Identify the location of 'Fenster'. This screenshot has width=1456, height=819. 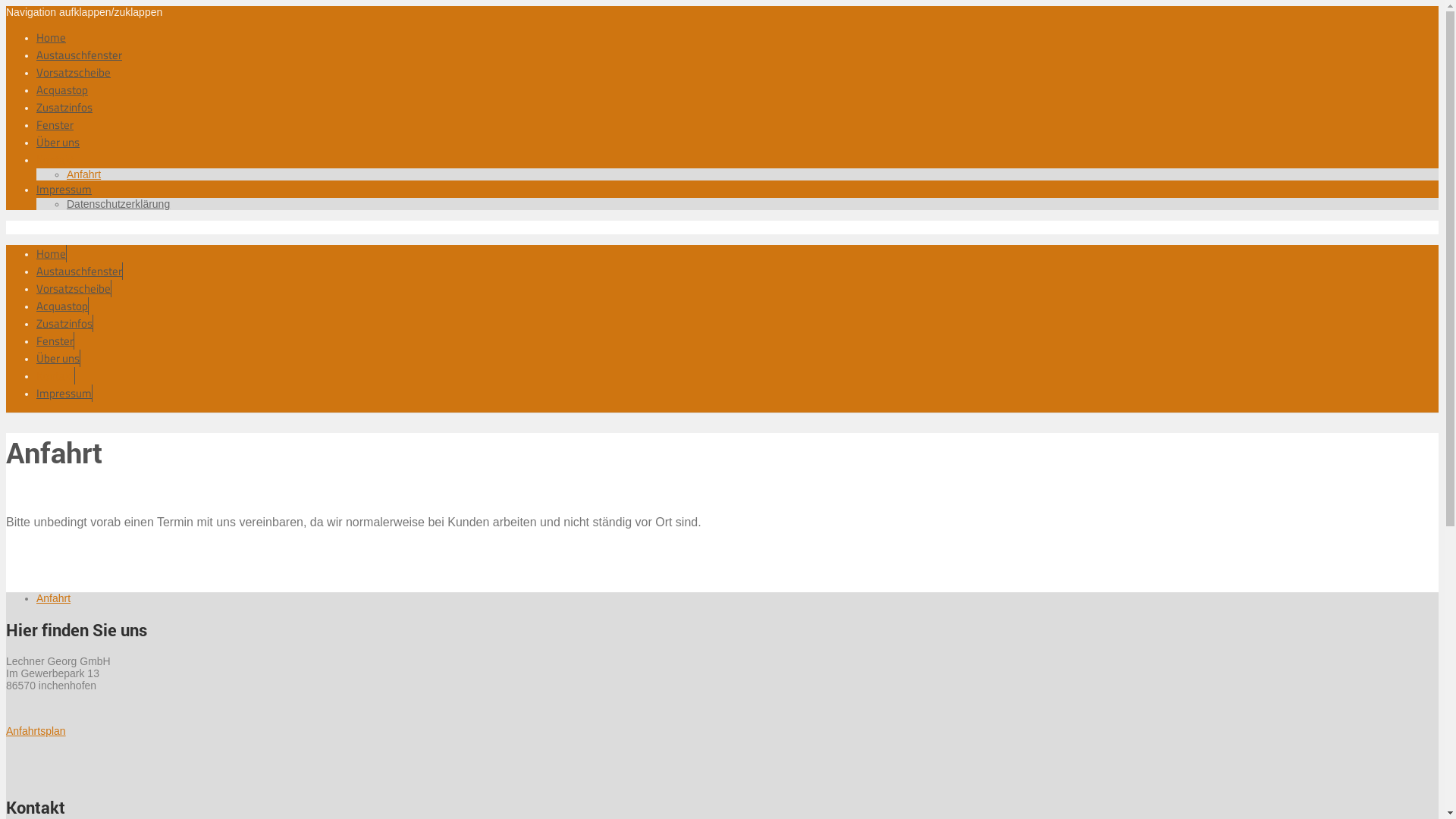
(55, 340).